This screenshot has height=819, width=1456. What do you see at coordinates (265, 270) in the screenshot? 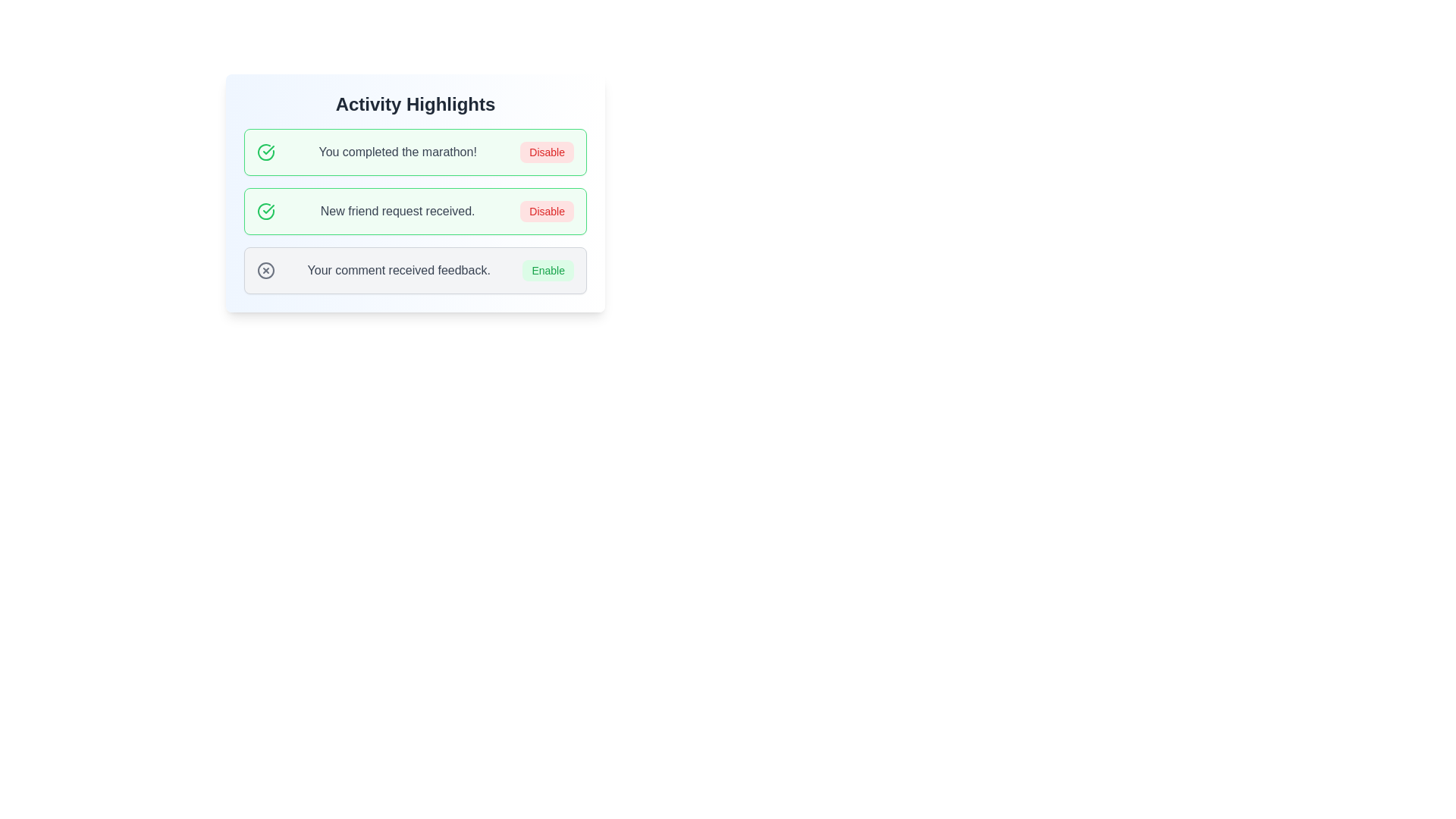
I see `the circular graphical icon that is the leftmost element within the third notification item labeled 'Your comment received feedback.'` at bounding box center [265, 270].